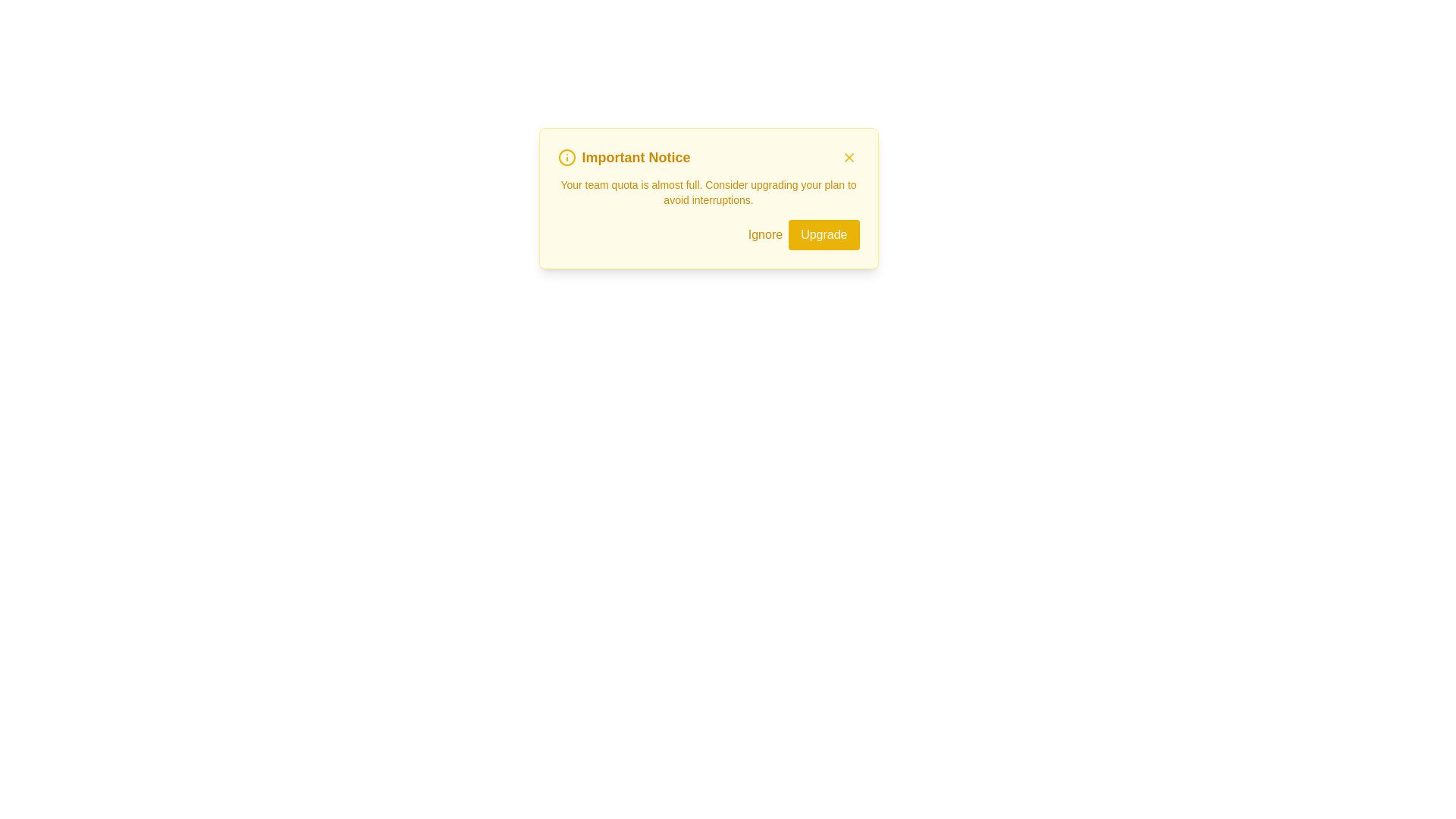 The width and height of the screenshot is (1456, 819). Describe the element at coordinates (823, 234) in the screenshot. I see `the 'Upgrade' button with a bright yellow background and white text` at that location.